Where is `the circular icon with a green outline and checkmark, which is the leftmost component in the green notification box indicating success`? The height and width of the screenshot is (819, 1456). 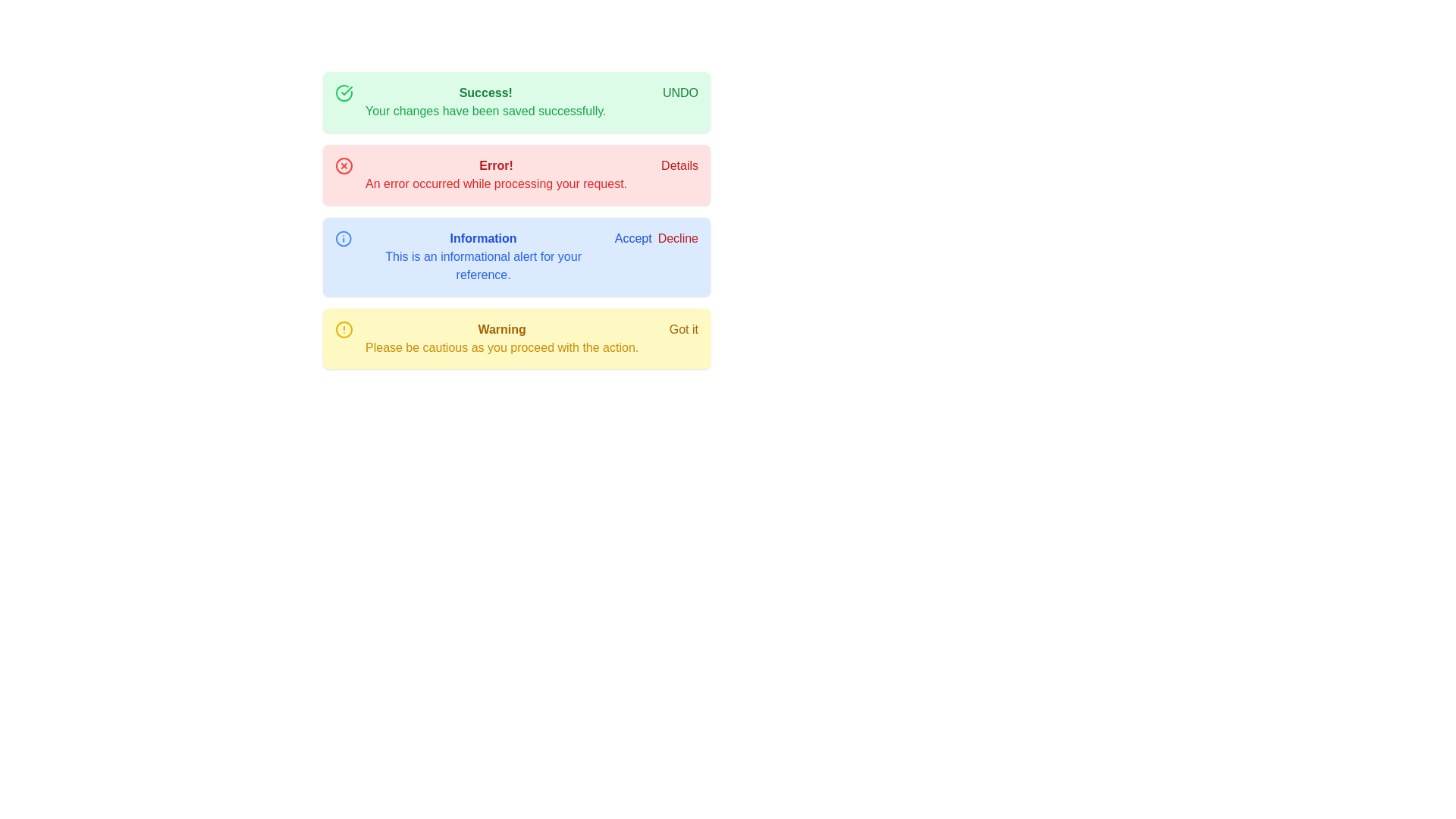 the circular icon with a green outline and checkmark, which is the leftmost component in the green notification box indicating success is located at coordinates (344, 93).